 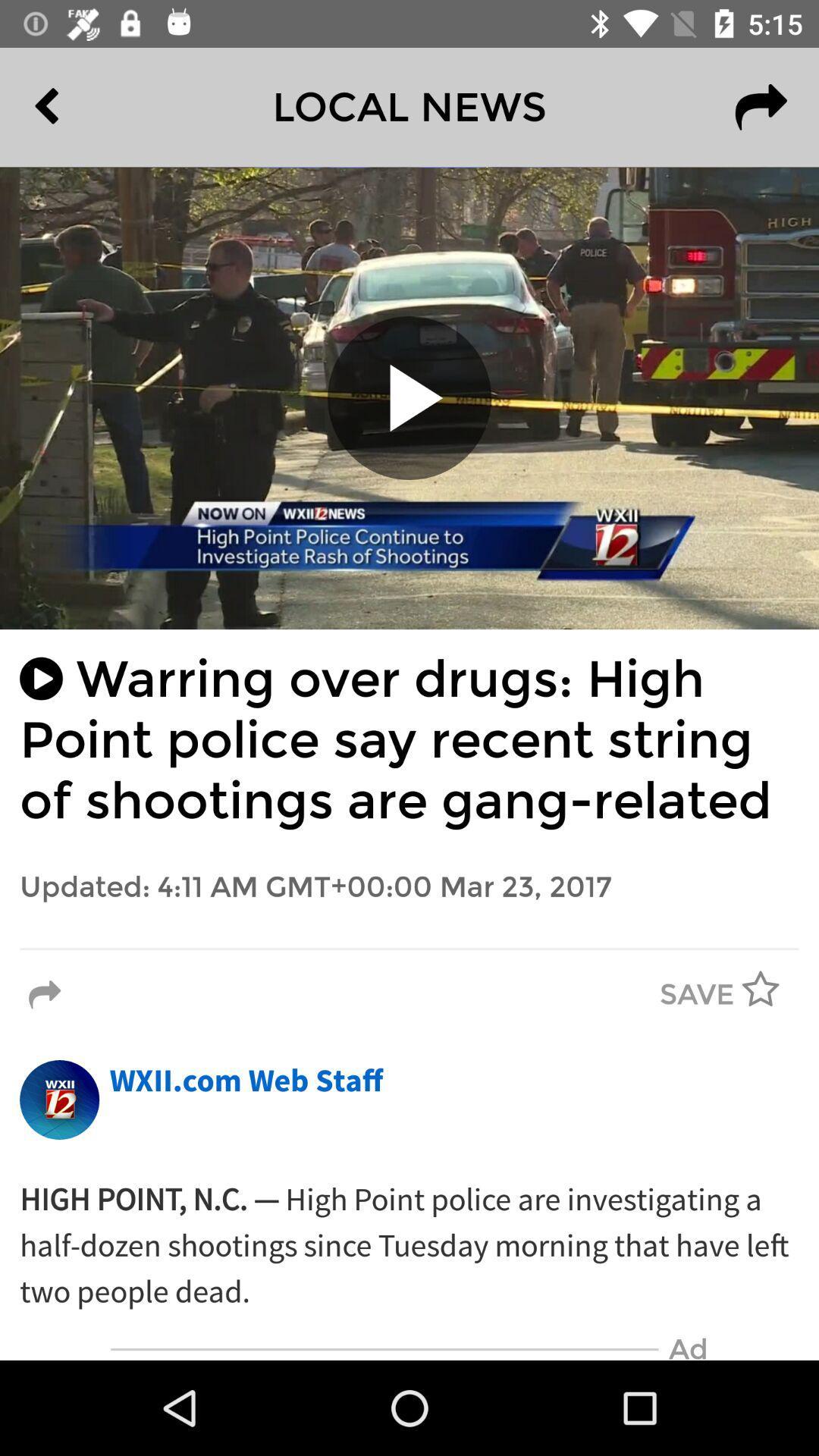 I want to click on the icon below high point n icon, so click(x=384, y=1349).